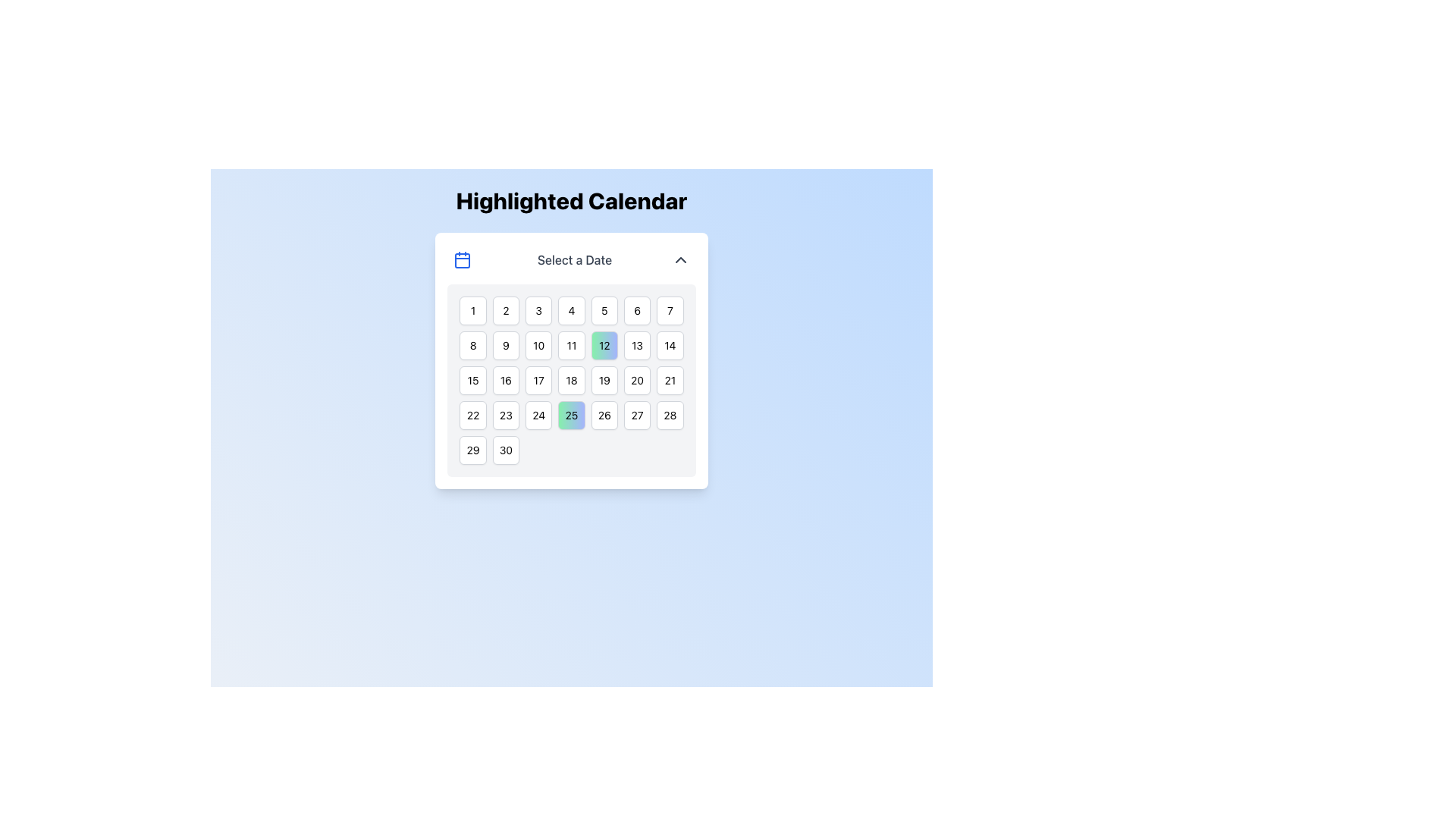 This screenshot has width=1456, height=819. Describe the element at coordinates (604, 309) in the screenshot. I see `the selectable day button representing the 5th day of the month` at that location.